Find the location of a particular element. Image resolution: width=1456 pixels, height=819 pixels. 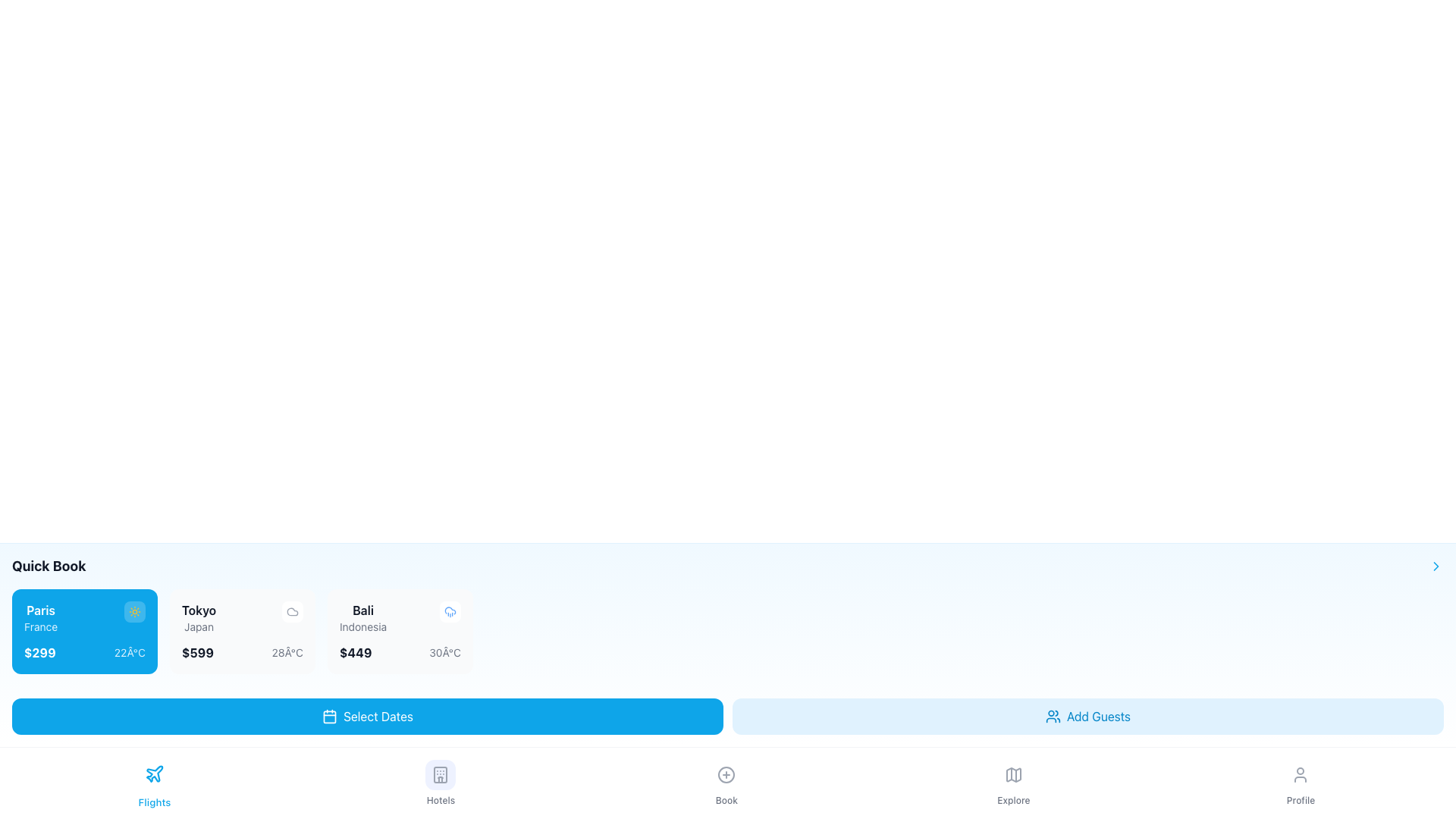

the calendar icon located to the left of the 'Select Dates' button in the navigation bar is located at coordinates (329, 717).